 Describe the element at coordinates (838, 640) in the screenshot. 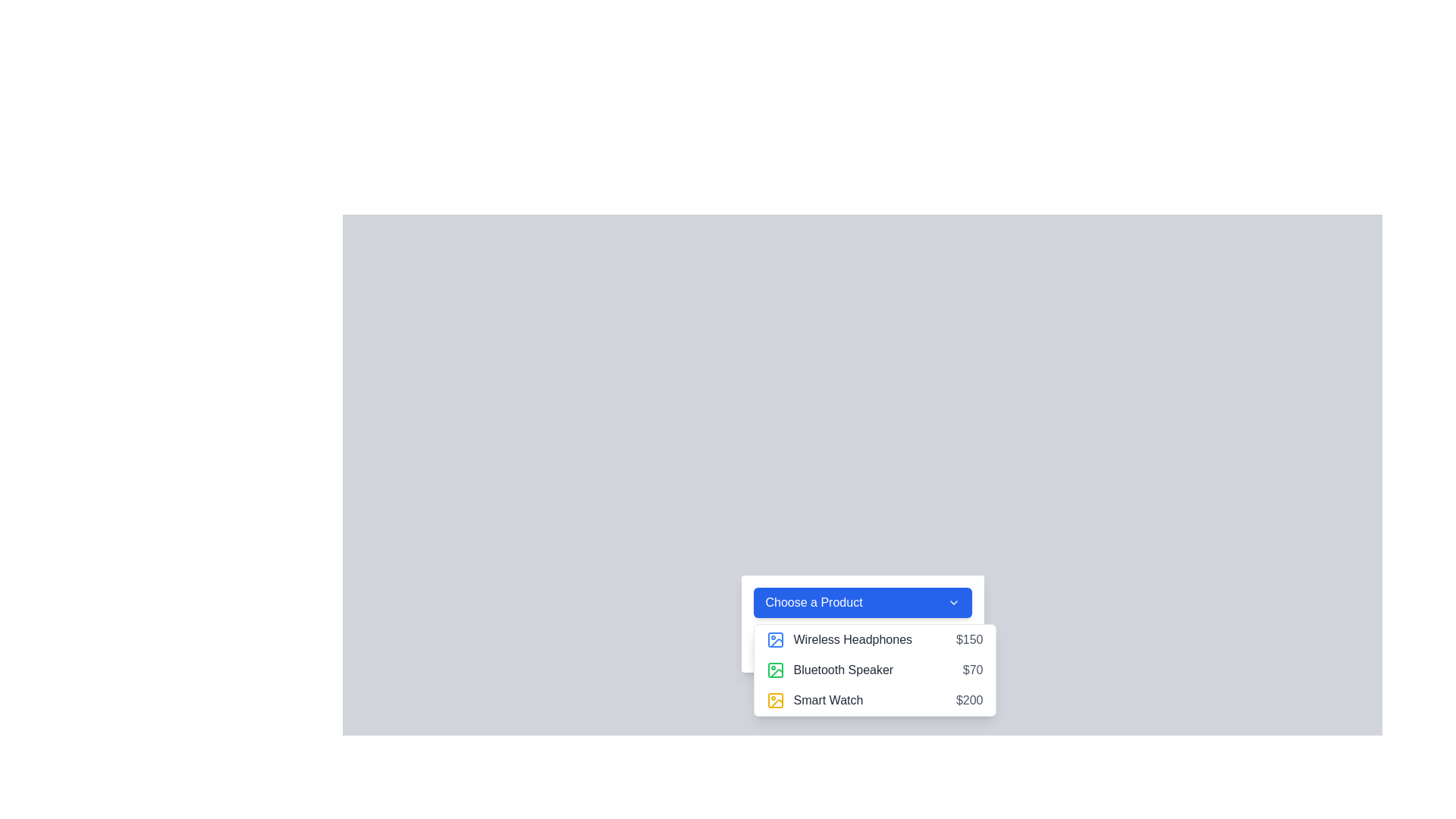

I see `the list item displaying product information for 'Wireless Headphones' in the dropdown menu under 'Choose a Product'` at that location.